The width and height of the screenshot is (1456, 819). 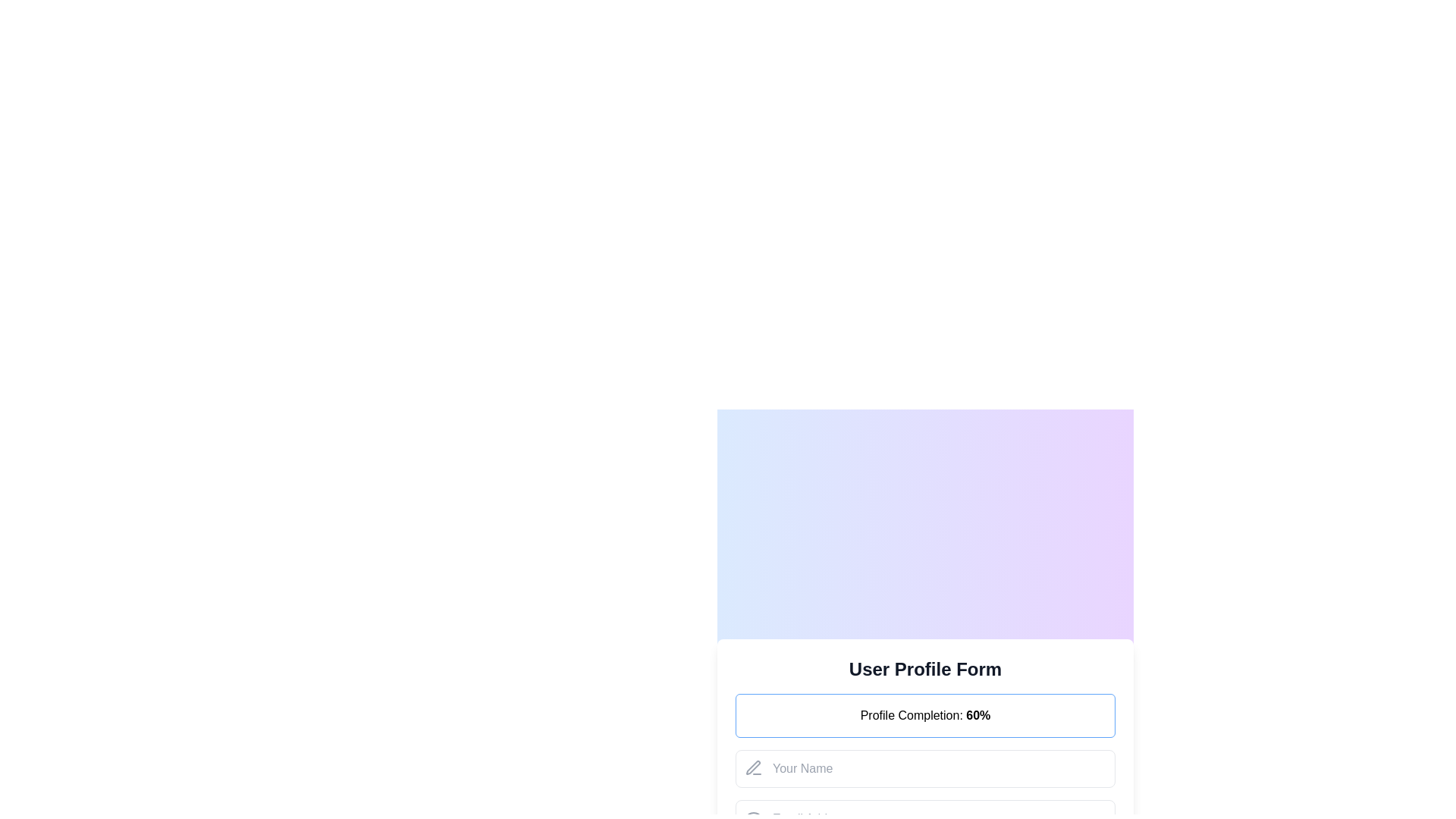 I want to click on the Informational text section displaying 'Profile Completion: 60%' with a blue border, located under the 'User Profile Form' title, so click(x=924, y=715).